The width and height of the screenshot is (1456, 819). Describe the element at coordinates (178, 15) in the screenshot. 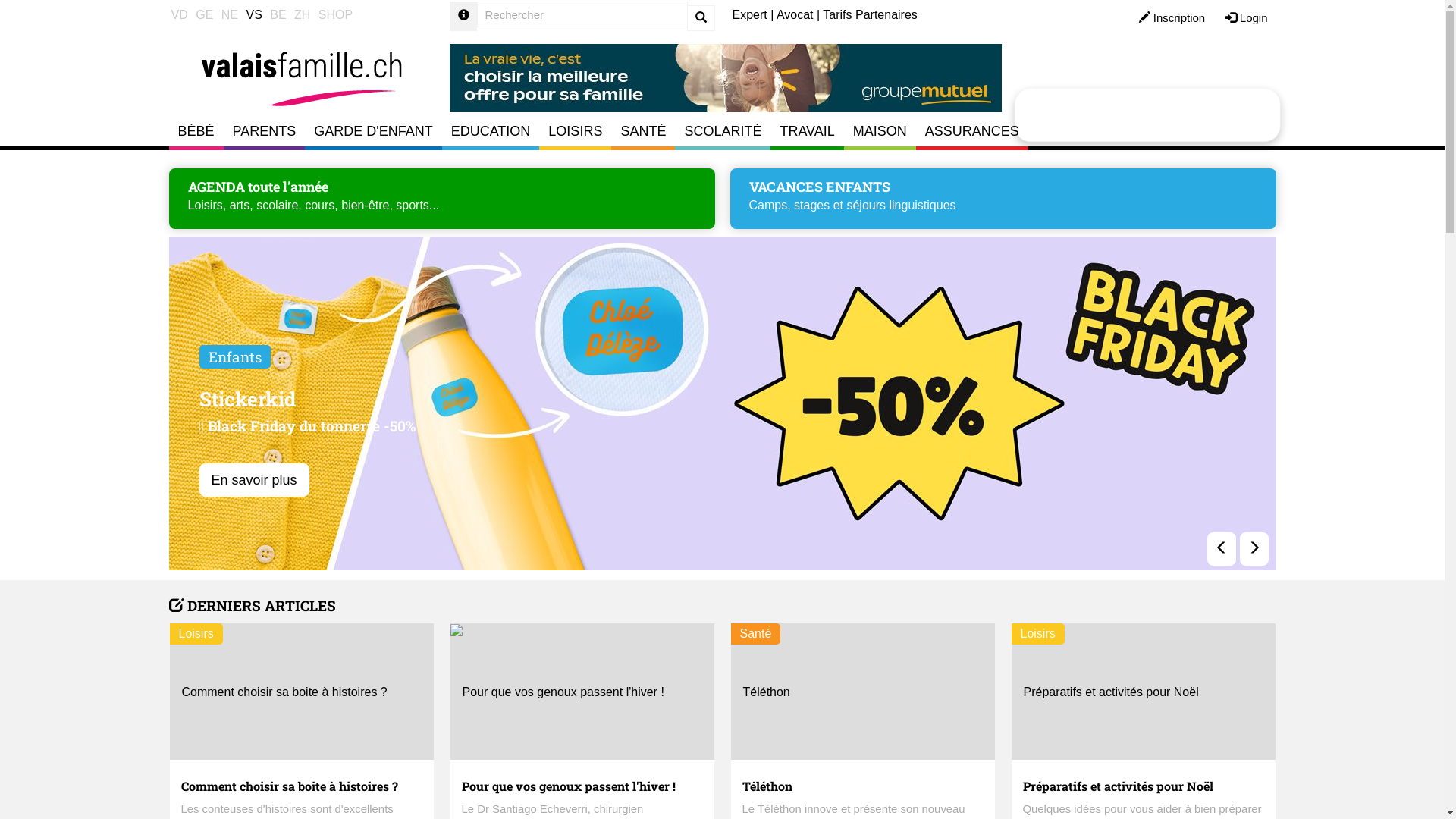

I see `'VD'` at that location.